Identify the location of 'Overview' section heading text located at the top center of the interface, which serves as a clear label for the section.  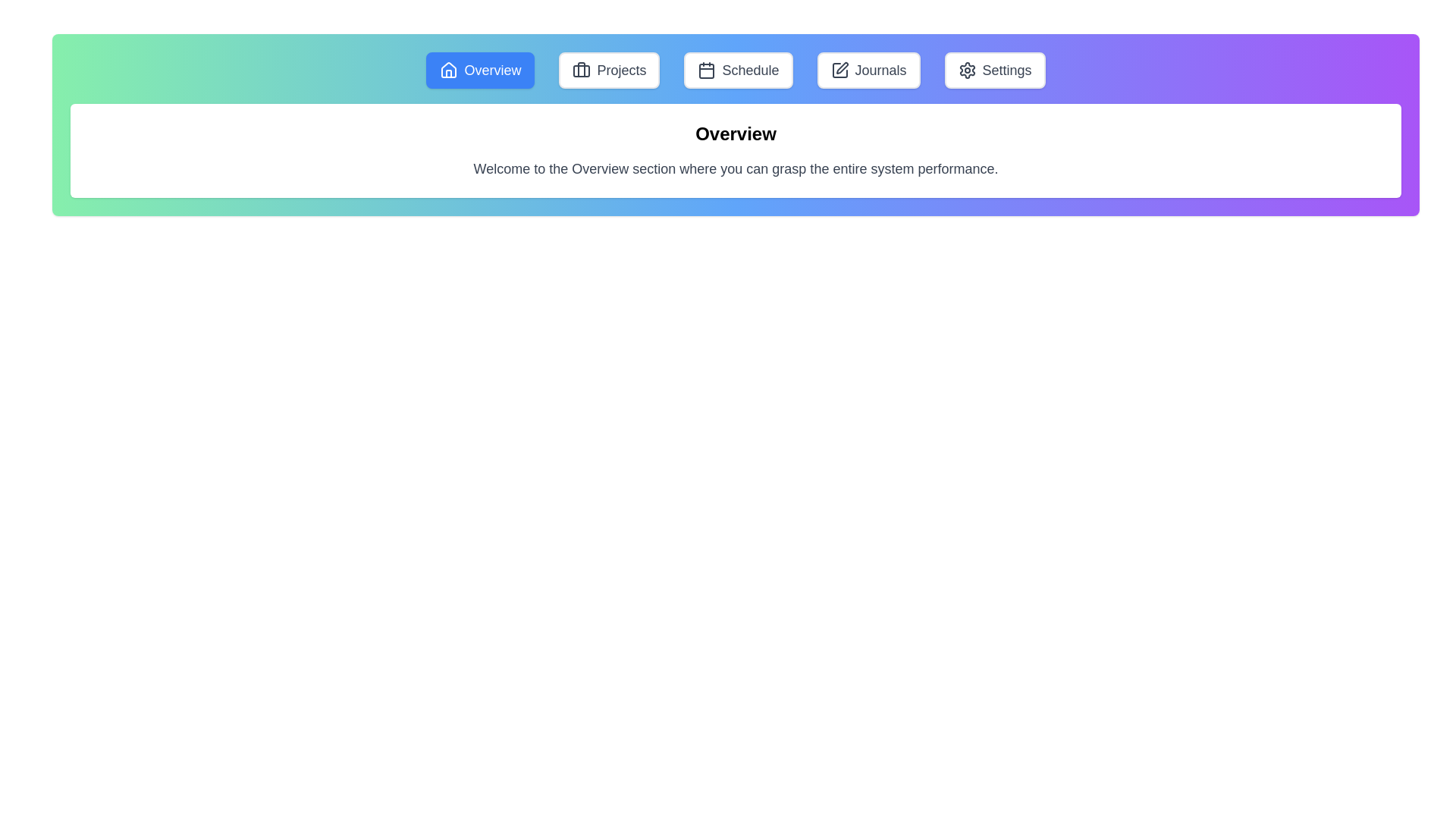
(736, 133).